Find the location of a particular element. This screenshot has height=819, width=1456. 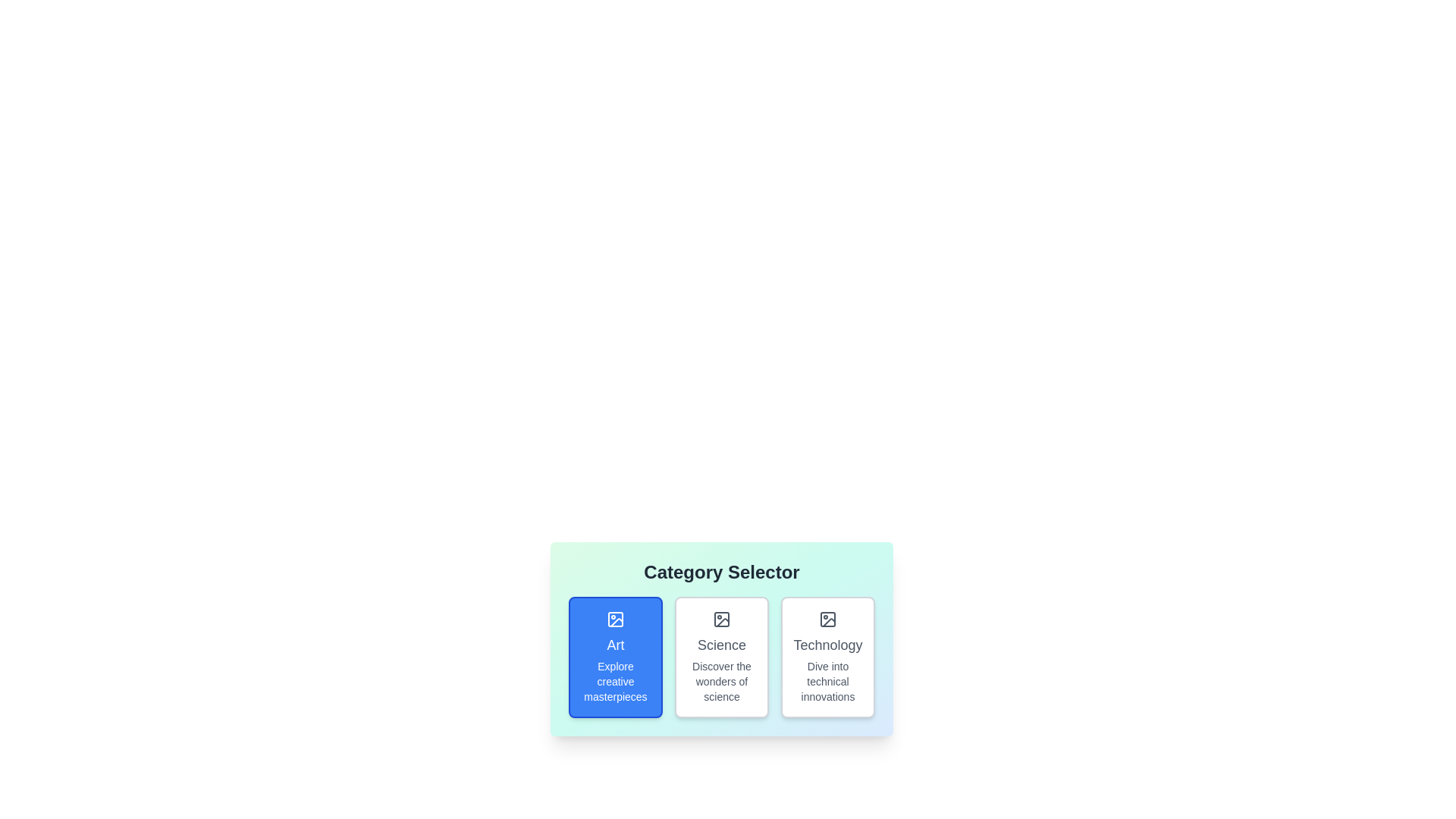

the category chip labeled Art is located at coordinates (615, 657).